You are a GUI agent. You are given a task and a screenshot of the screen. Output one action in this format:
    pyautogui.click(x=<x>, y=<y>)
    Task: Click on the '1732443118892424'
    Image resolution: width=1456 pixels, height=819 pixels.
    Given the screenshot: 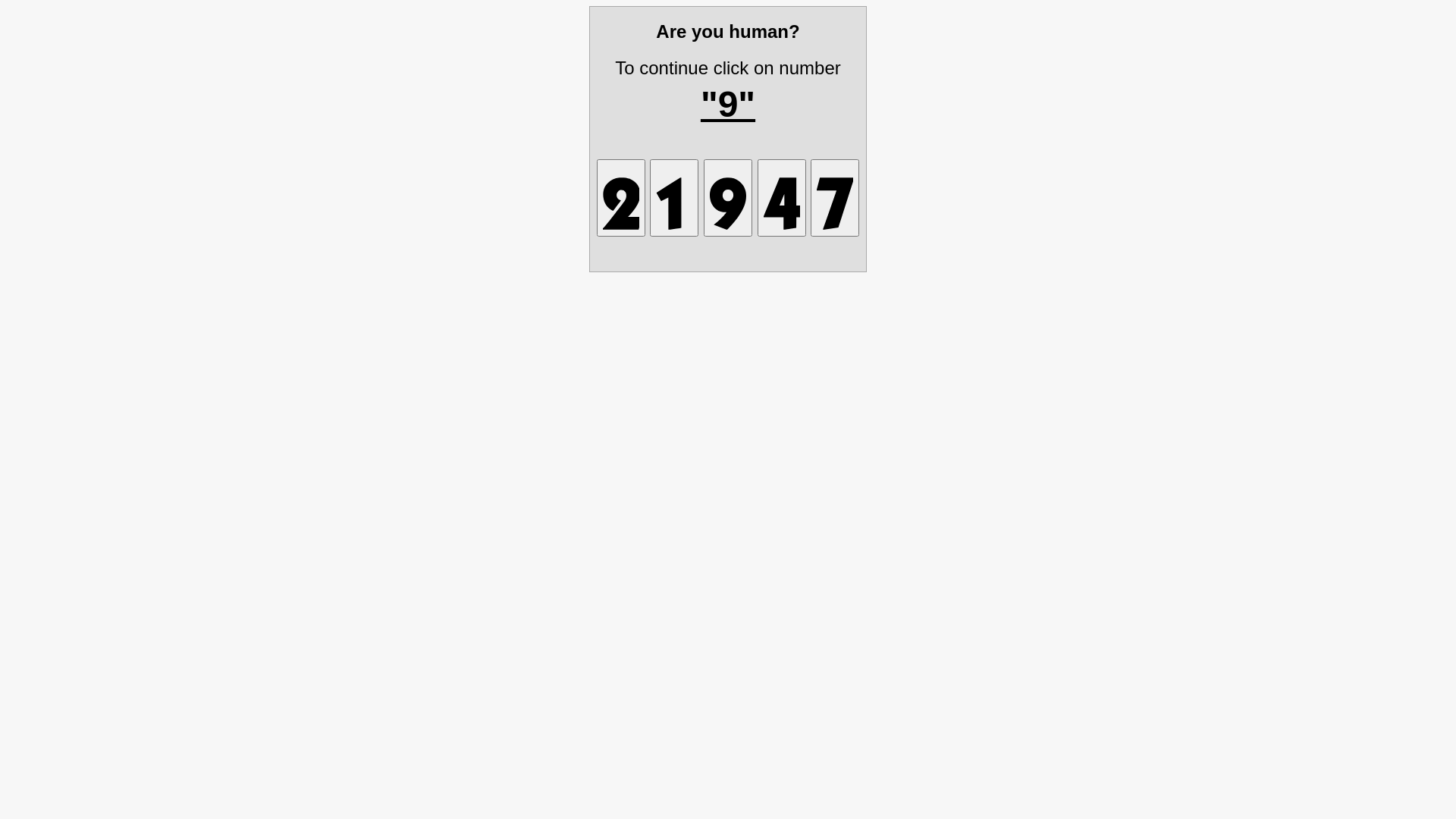 What is the action you would take?
    pyautogui.click(x=596, y=197)
    